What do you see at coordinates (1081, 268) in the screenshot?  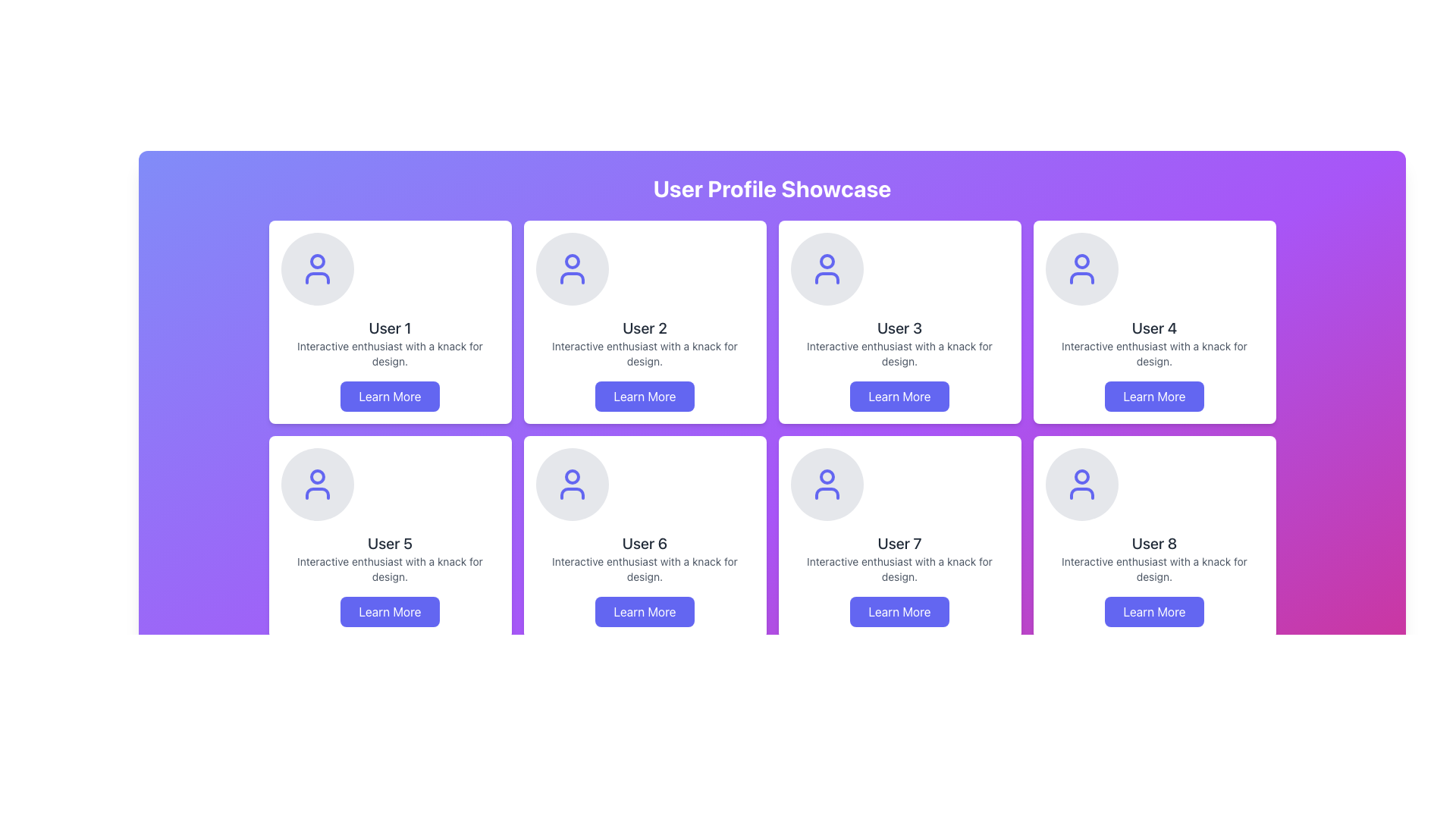 I see `the user avatar representing 'User 4' located at the top center of the fourth card in the second row of an eight-card layout` at bounding box center [1081, 268].